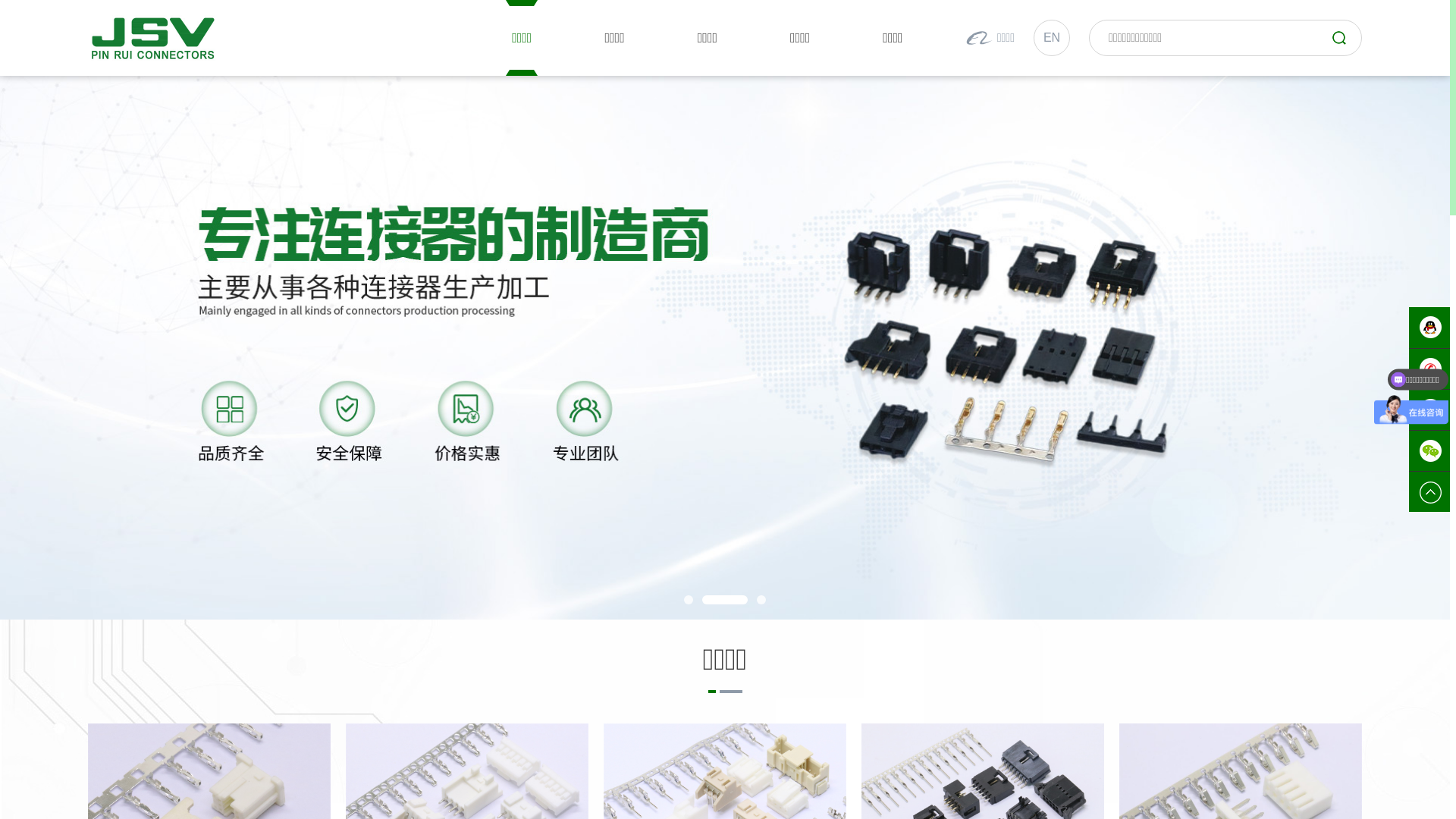 The width and height of the screenshot is (1456, 819). What do you see at coordinates (1051, 37) in the screenshot?
I see `'EN'` at bounding box center [1051, 37].